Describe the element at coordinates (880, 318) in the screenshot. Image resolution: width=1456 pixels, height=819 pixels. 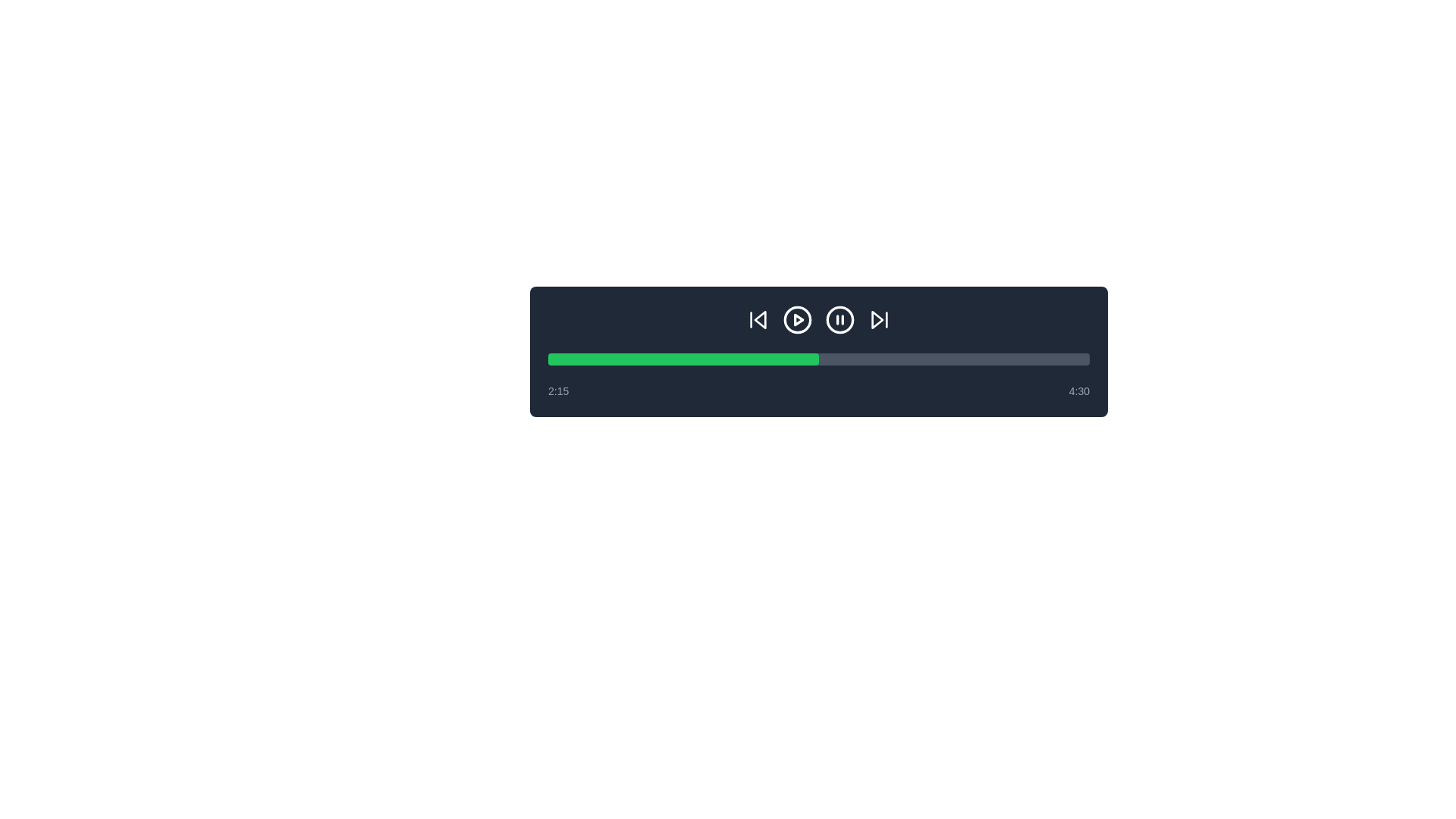
I see `the 'Skip Forward' button, which is a white triangular play symbol with a vertical line on its right, located at the rightmost position of the media control panel` at that location.